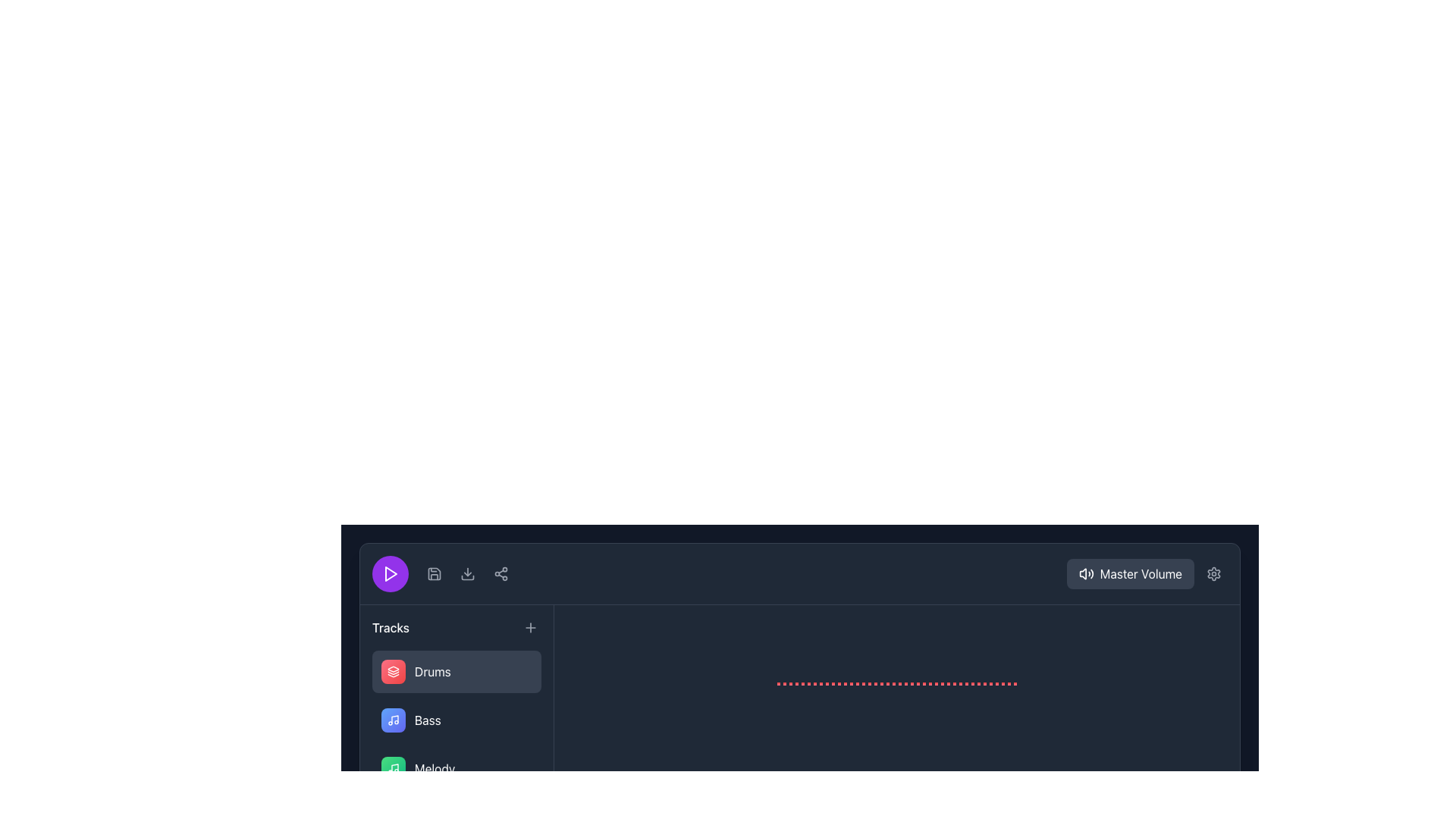 The image size is (1456, 819). What do you see at coordinates (393, 769) in the screenshot?
I see `the small square icon with rounded edges featuring a gradient green background and a white music note graphic, located in the 'Tracks' section next to the label 'Melody.'` at bounding box center [393, 769].